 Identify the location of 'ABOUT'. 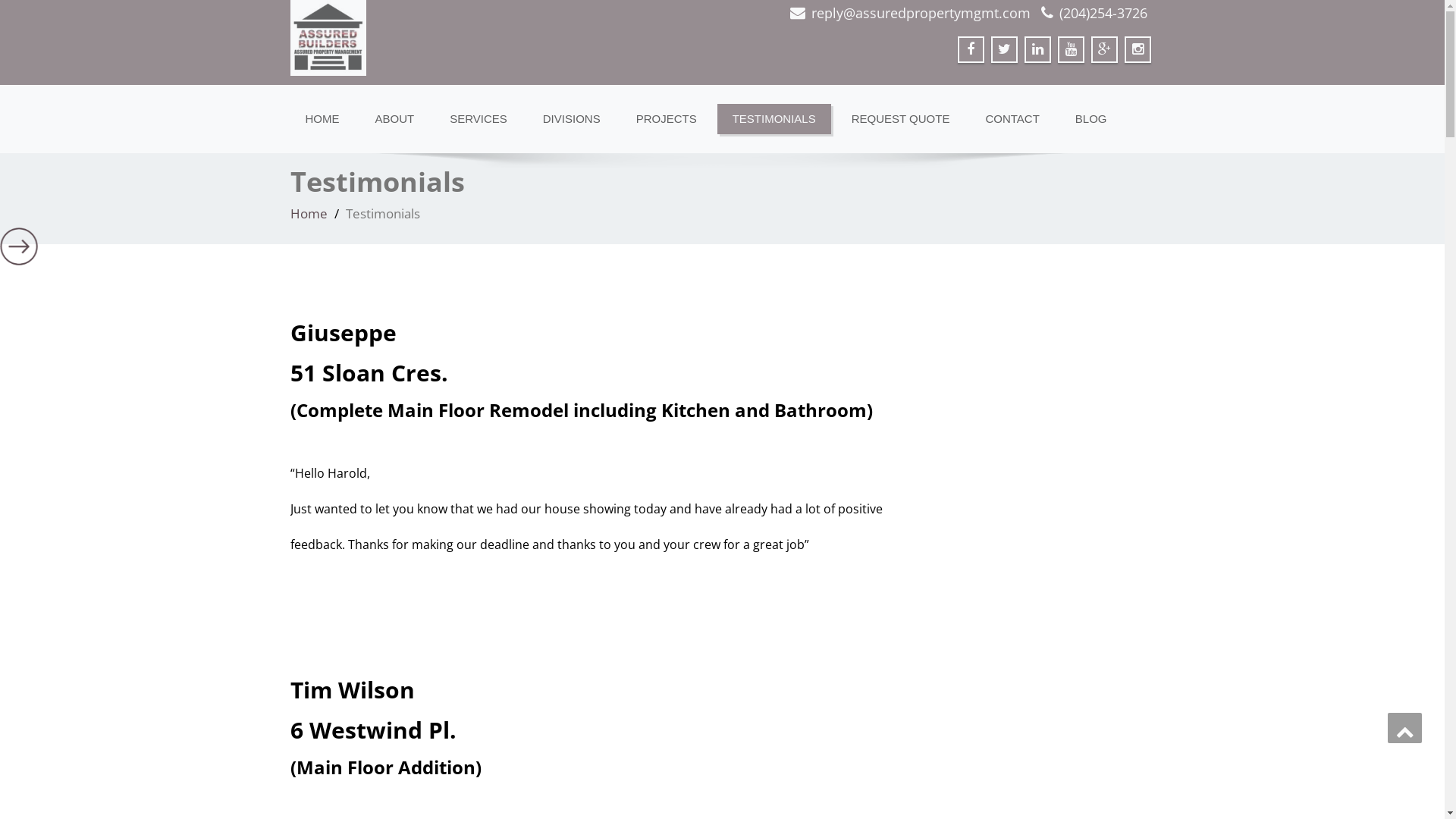
(394, 118).